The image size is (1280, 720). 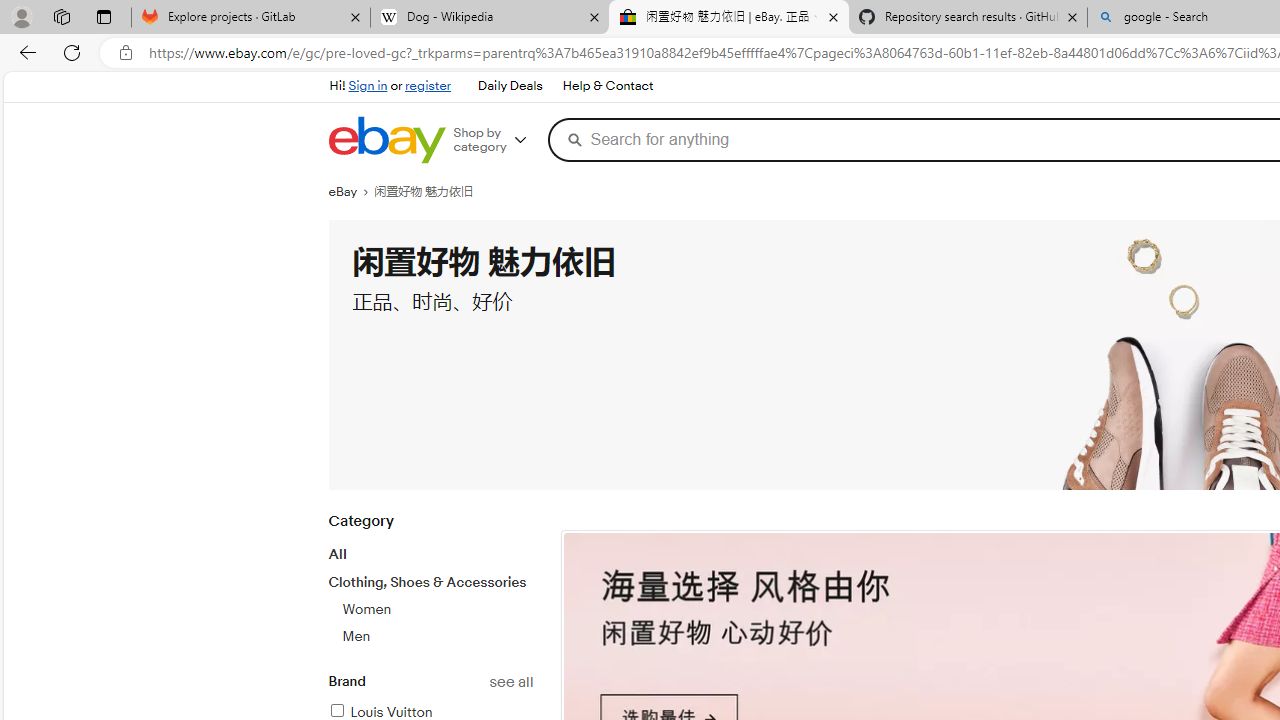 What do you see at coordinates (427, 85) in the screenshot?
I see `'register'` at bounding box center [427, 85].